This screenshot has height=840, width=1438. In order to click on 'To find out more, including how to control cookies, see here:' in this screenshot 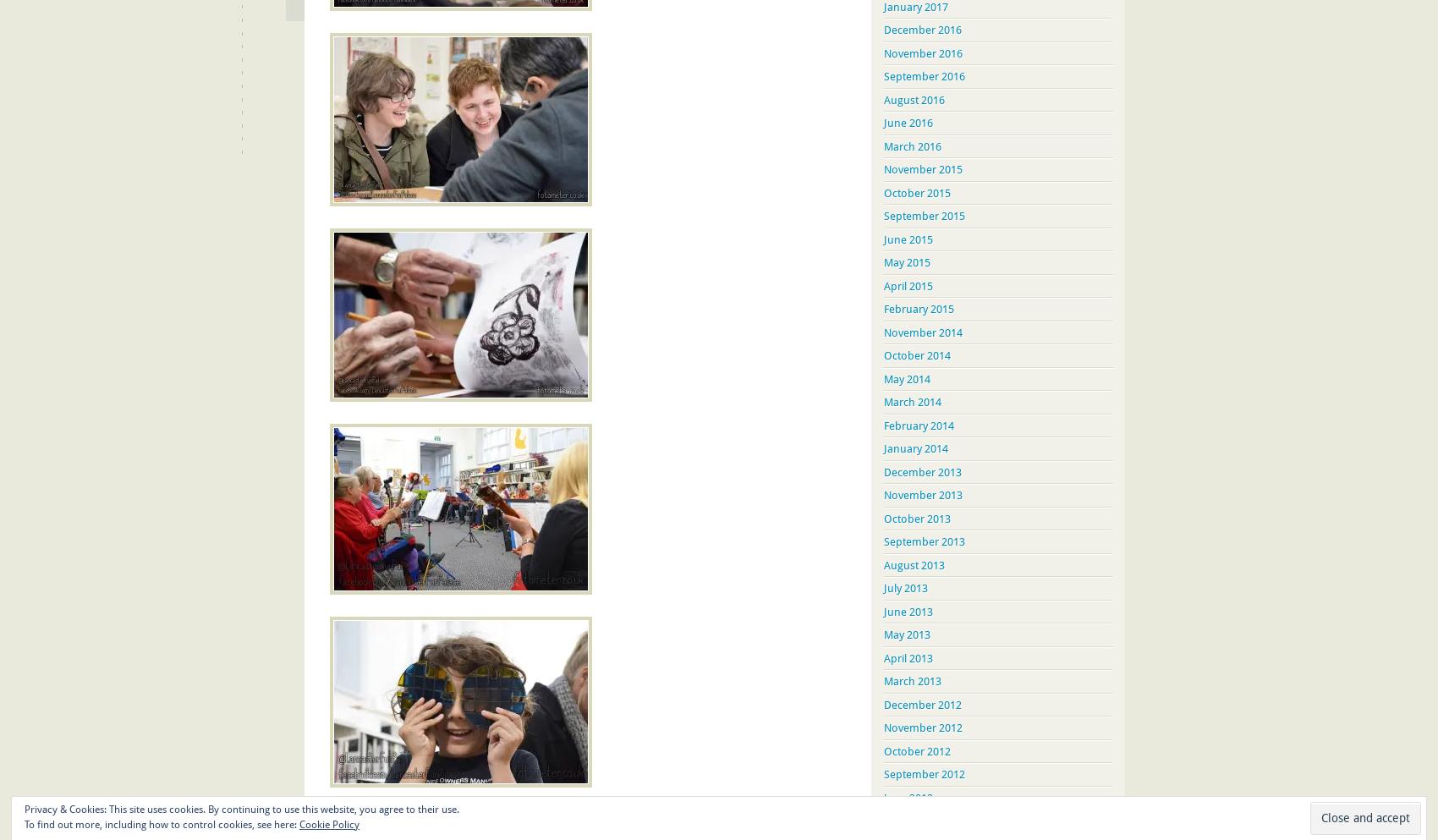, I will do `click(161, 825)`.